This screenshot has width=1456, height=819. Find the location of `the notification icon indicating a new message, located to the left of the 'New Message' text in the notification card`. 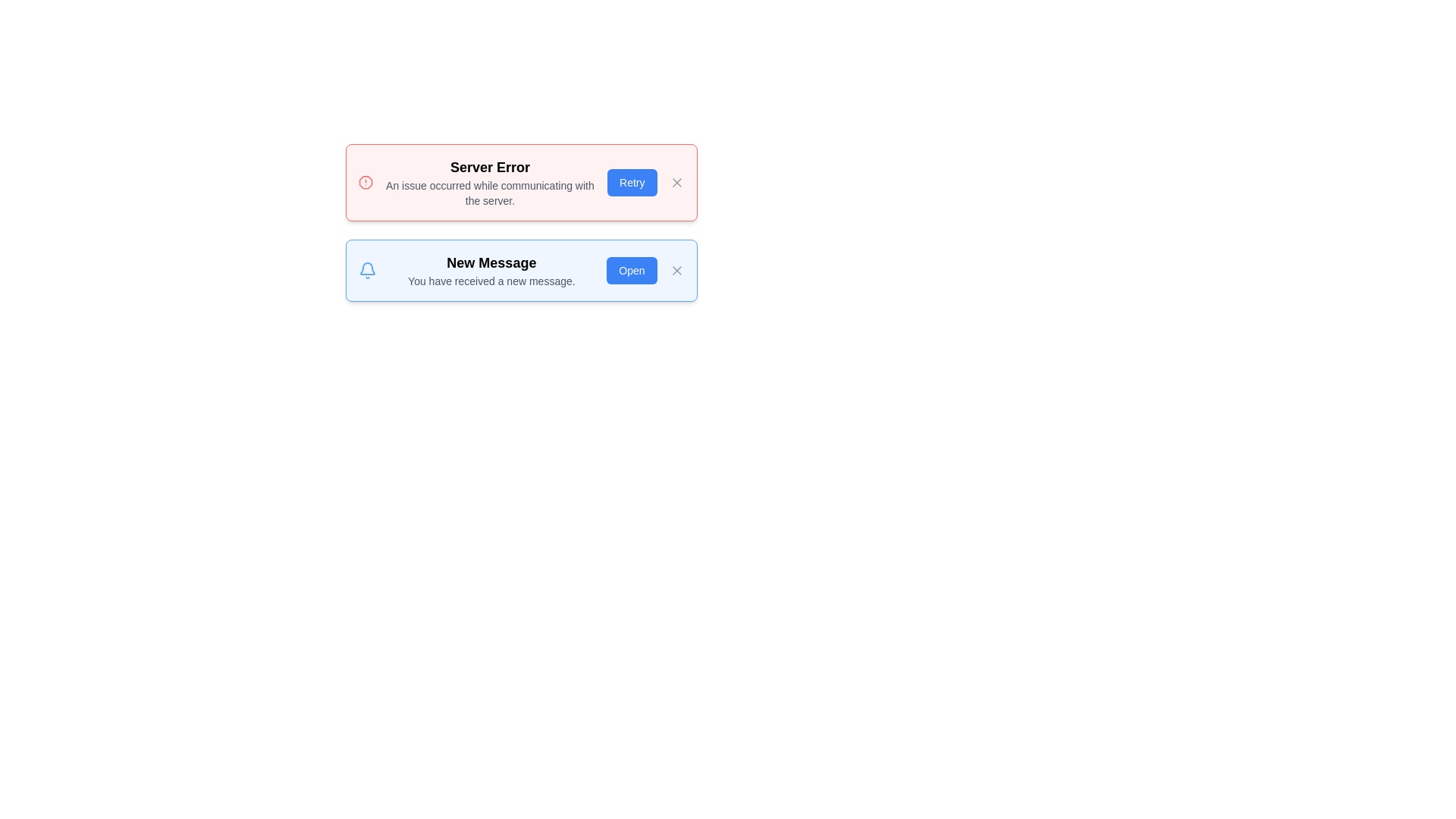

the notification icon indicating a new message, located to the left of the 'New Message' text in the notification card is located at coordinates (367, 270).